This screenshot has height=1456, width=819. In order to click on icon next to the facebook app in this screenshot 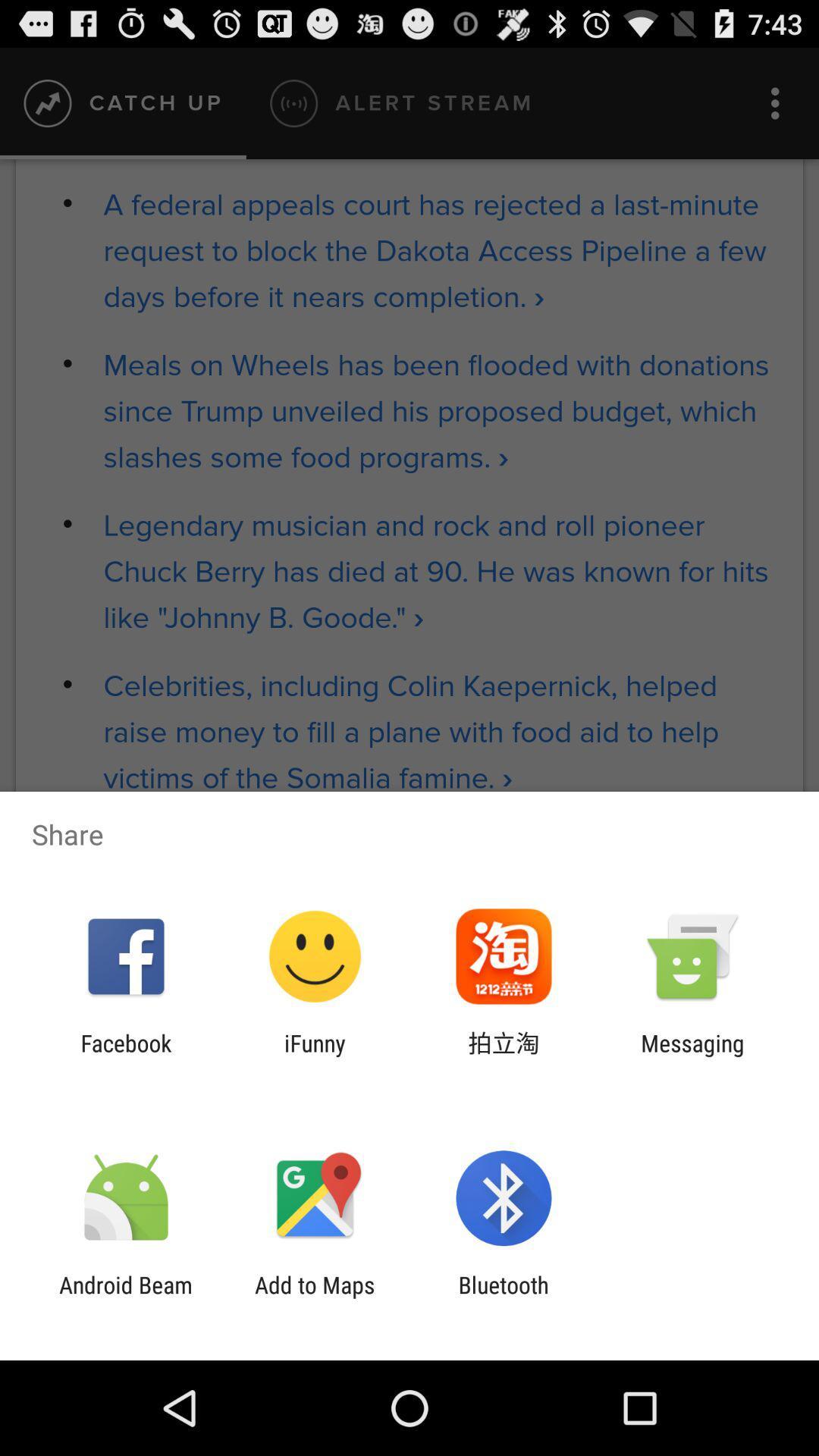, I will do `click(314, 1056)`.